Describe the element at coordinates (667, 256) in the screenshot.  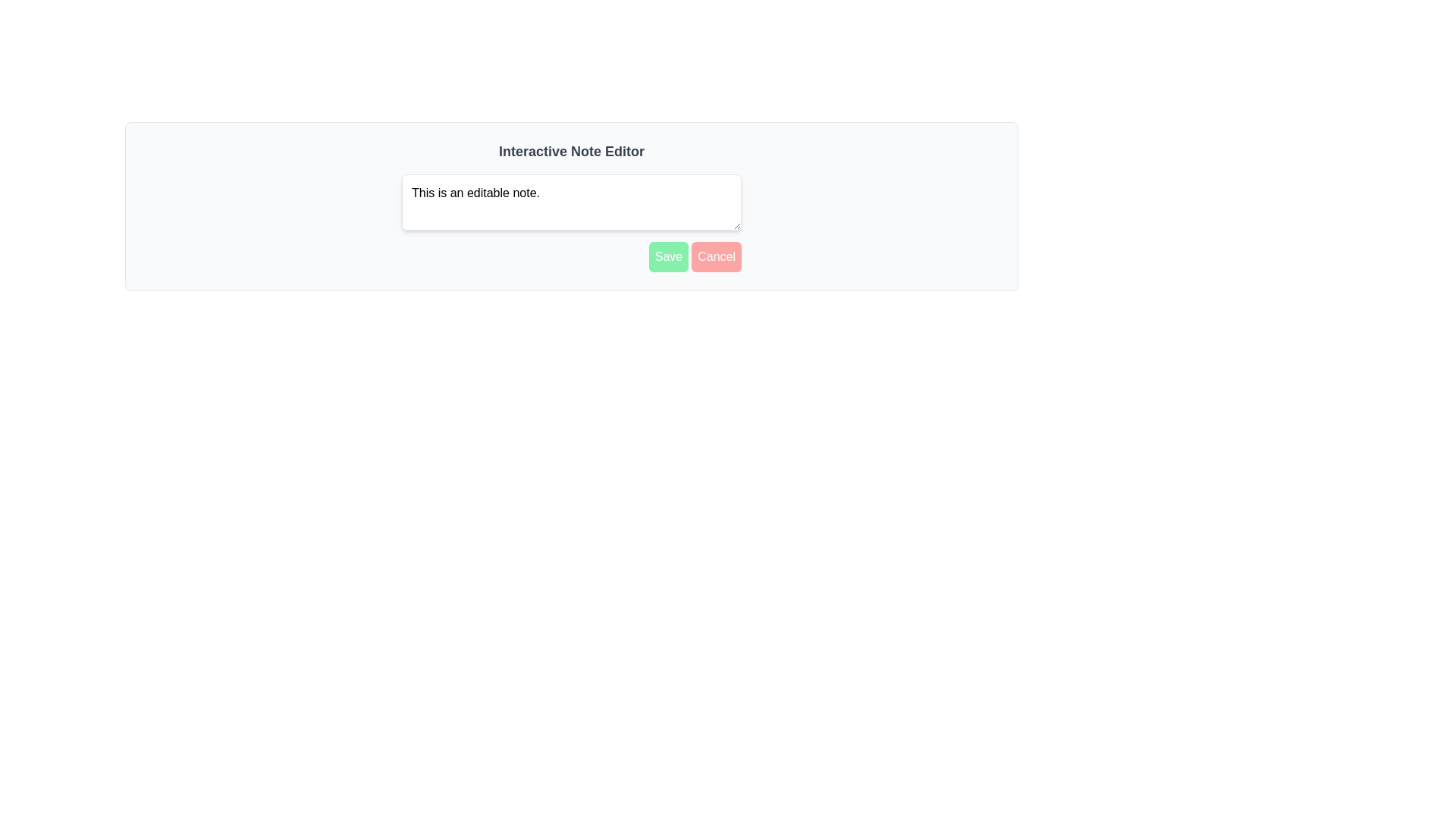
I see `the green 'Save' button with white text, located towards the bottom-right corner of the interface` at that location.